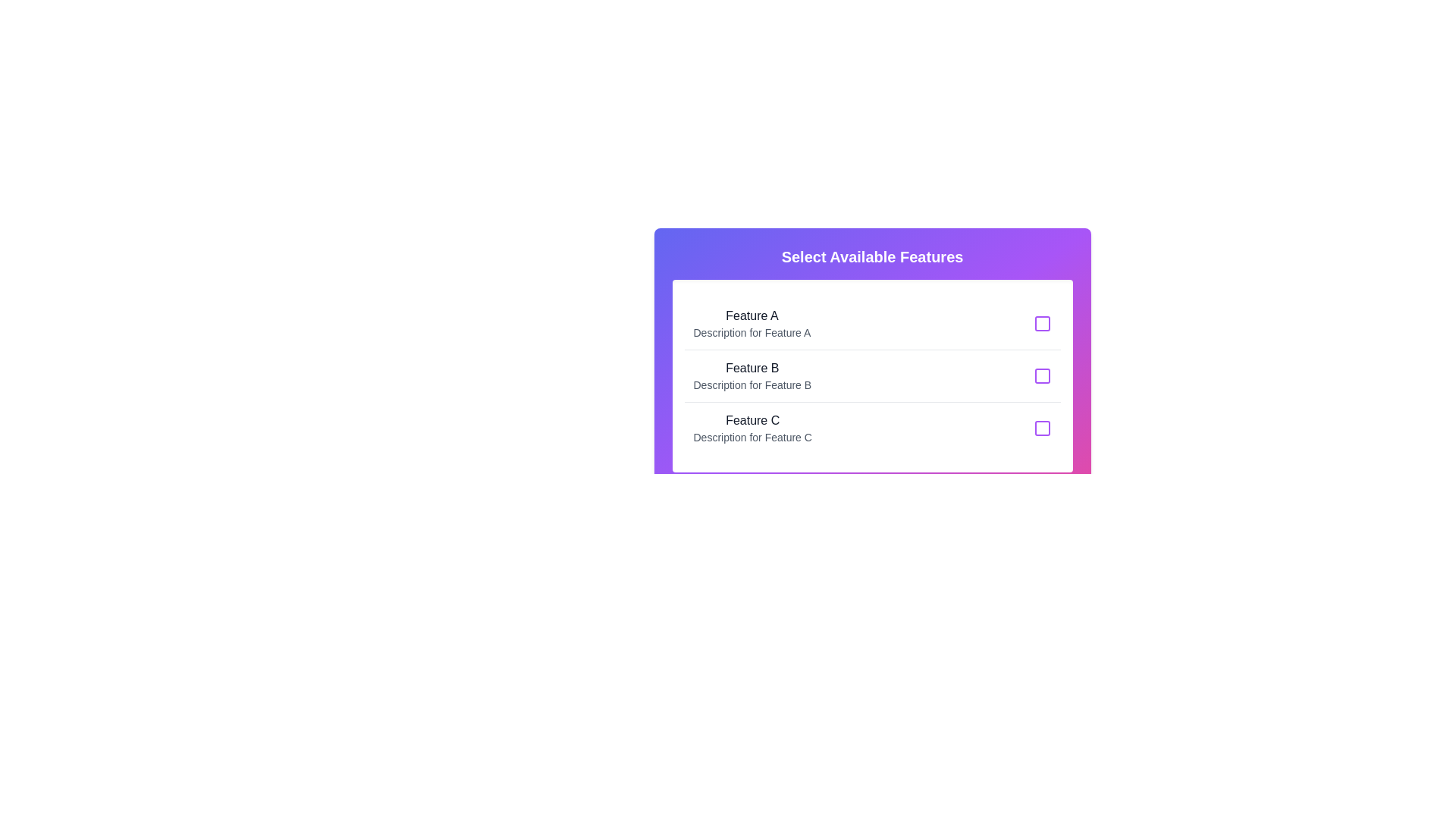 The height and width of the screenshot is (819, 1456). Describe the element at coordinates (752, 323) in the screenshot. I see `the informational text block that provides details about a feature, located under the header 'Select Available Features' at the top of the list` at that location.